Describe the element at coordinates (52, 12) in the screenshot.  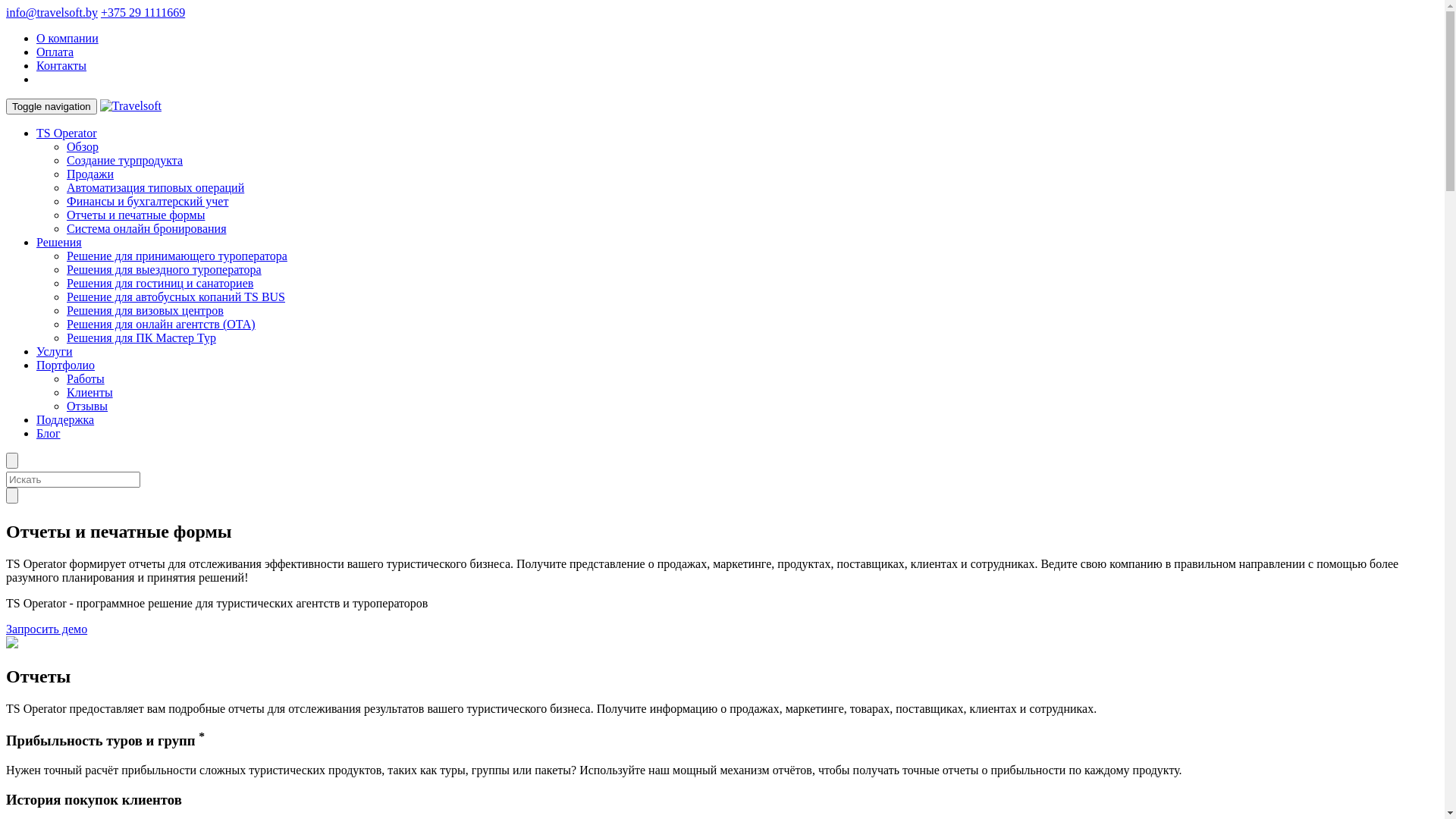
I see `'info@travelsoft.by'` at that location.